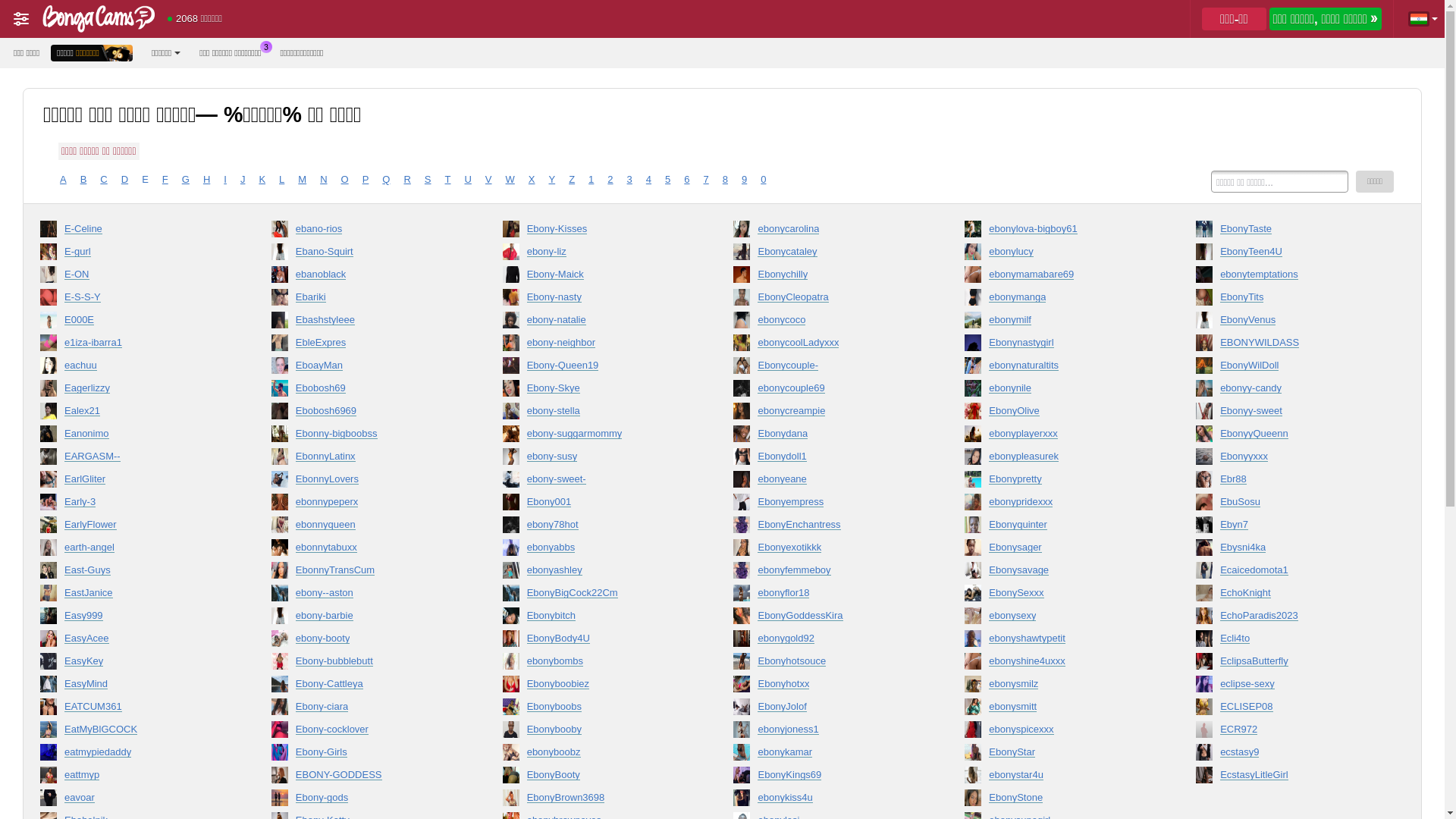  Describe the element at coordinates (206, 178) in the screenshot. I see `'H'` at that location.